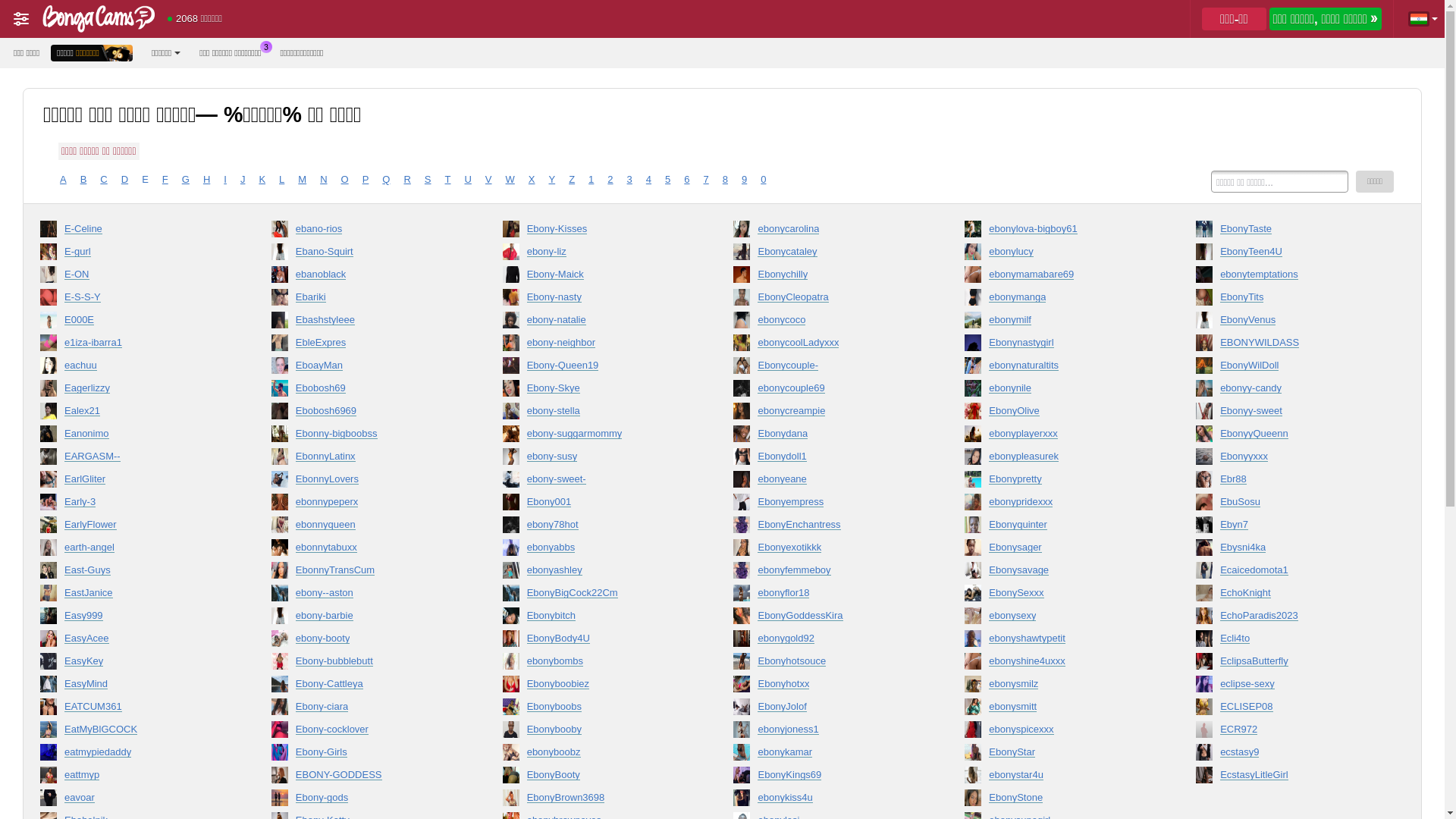  Describe the element at coordinates (206, 178) in the screenshot. I see `'H'` at that location.